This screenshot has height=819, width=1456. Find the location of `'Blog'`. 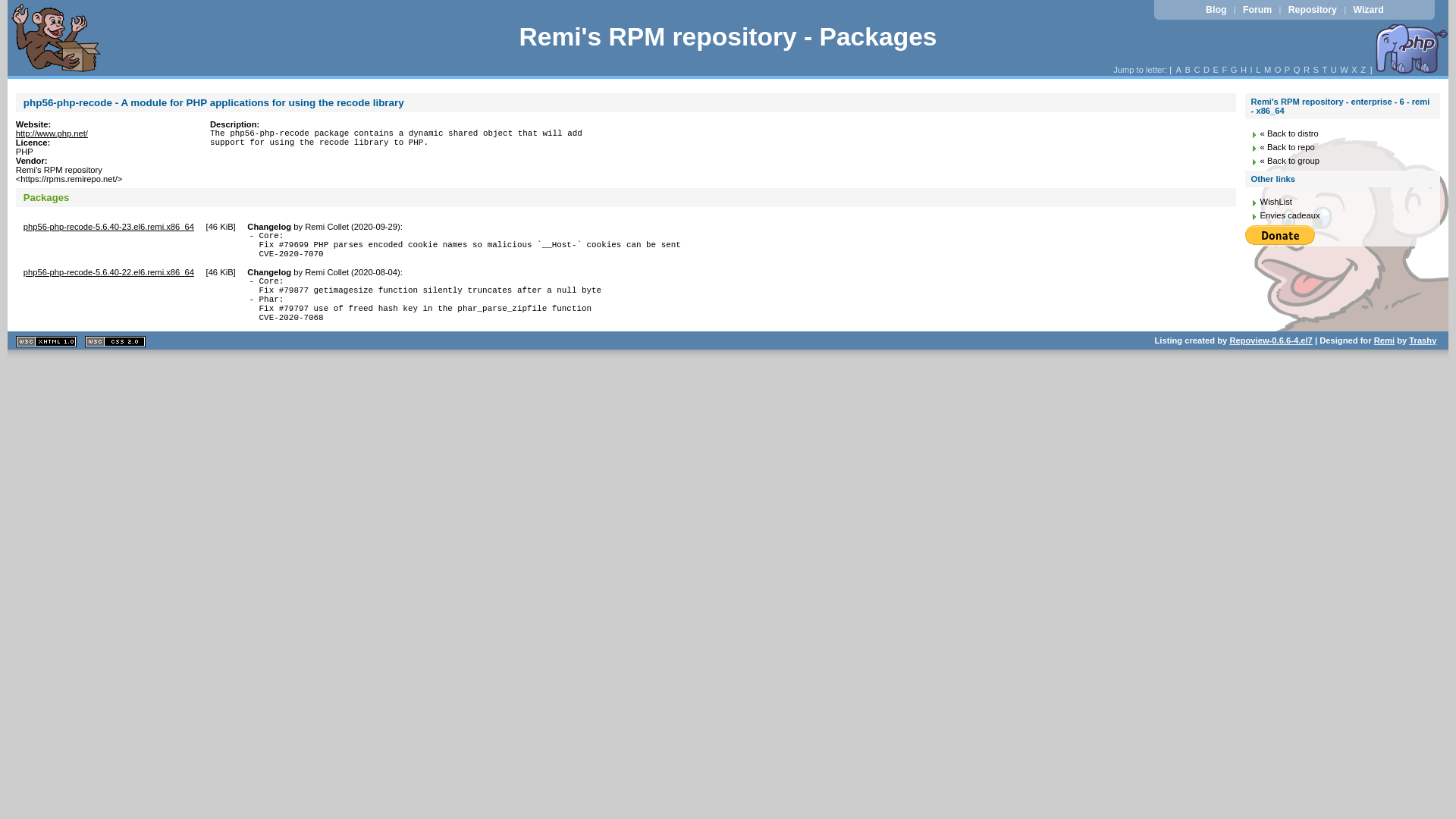

'Blog' is located at coordinates (1216, 9).